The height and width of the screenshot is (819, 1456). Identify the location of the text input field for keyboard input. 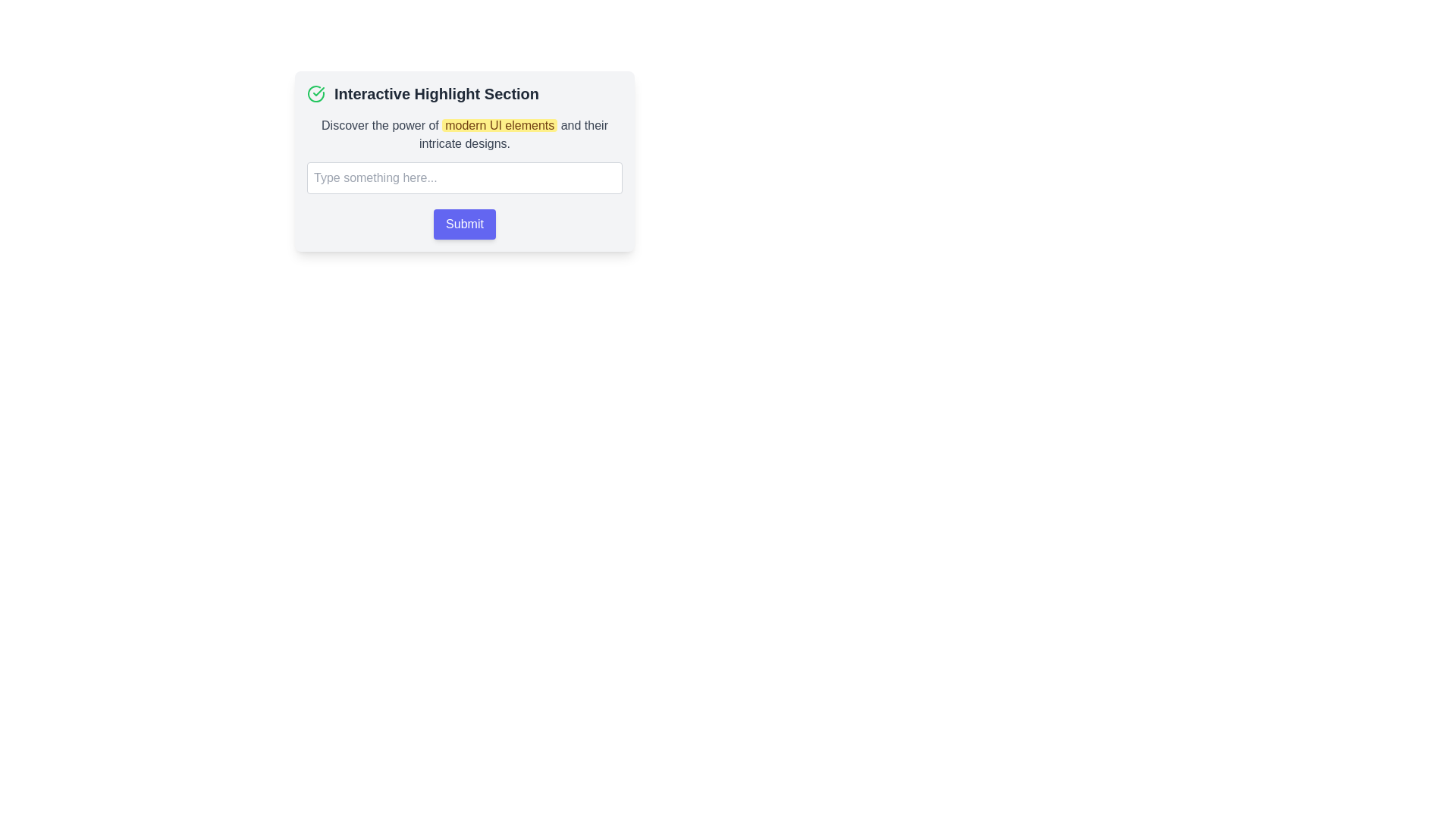
(464, 177).